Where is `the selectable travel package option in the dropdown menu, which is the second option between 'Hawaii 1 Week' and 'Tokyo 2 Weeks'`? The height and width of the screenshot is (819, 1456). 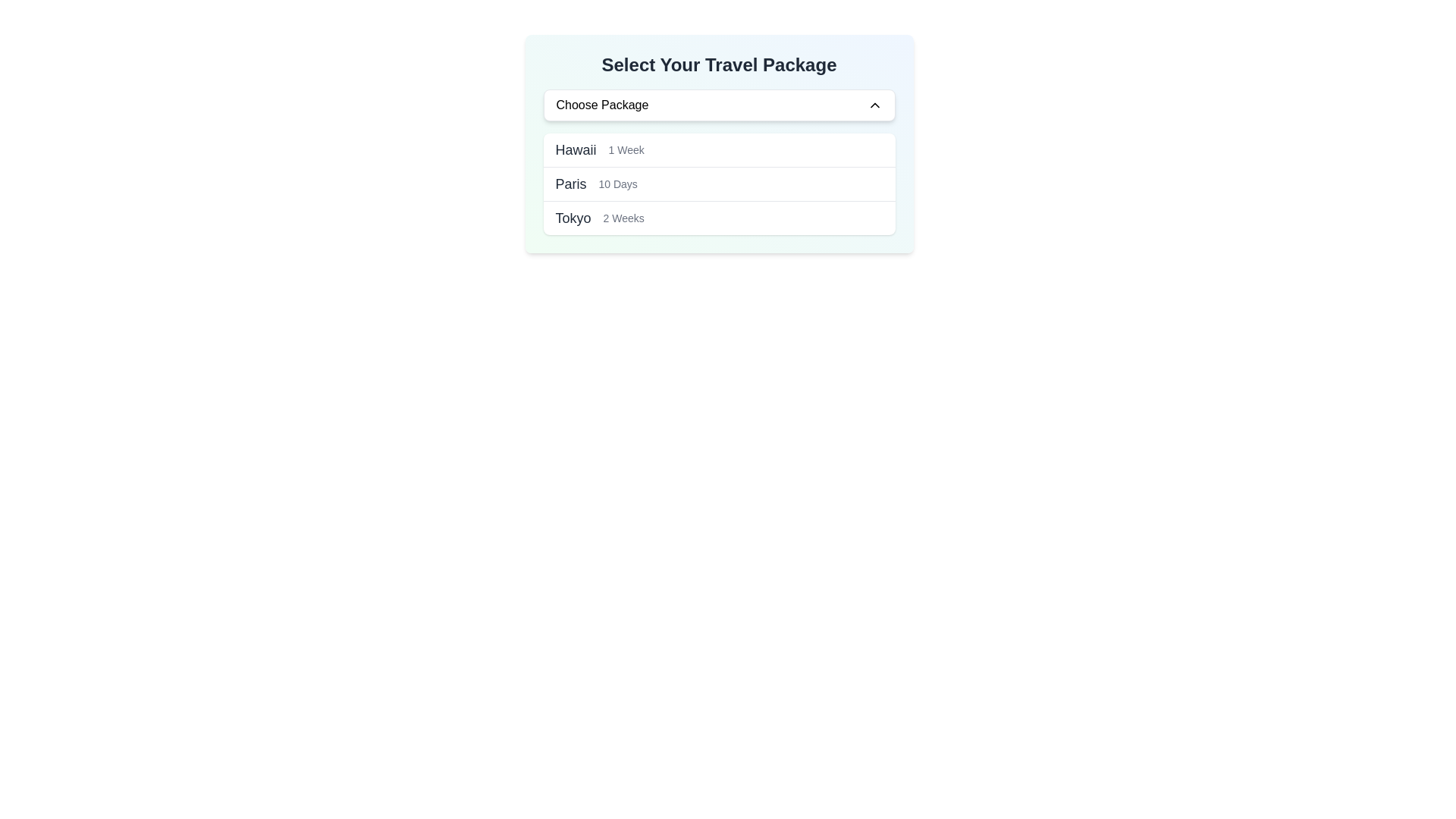
the selectable travel package option in the dropdown menu, which is the second option between 'Hawaii 1 Week' and 'Tokyo 2 Weeks' is located at coordinates (718, 183).